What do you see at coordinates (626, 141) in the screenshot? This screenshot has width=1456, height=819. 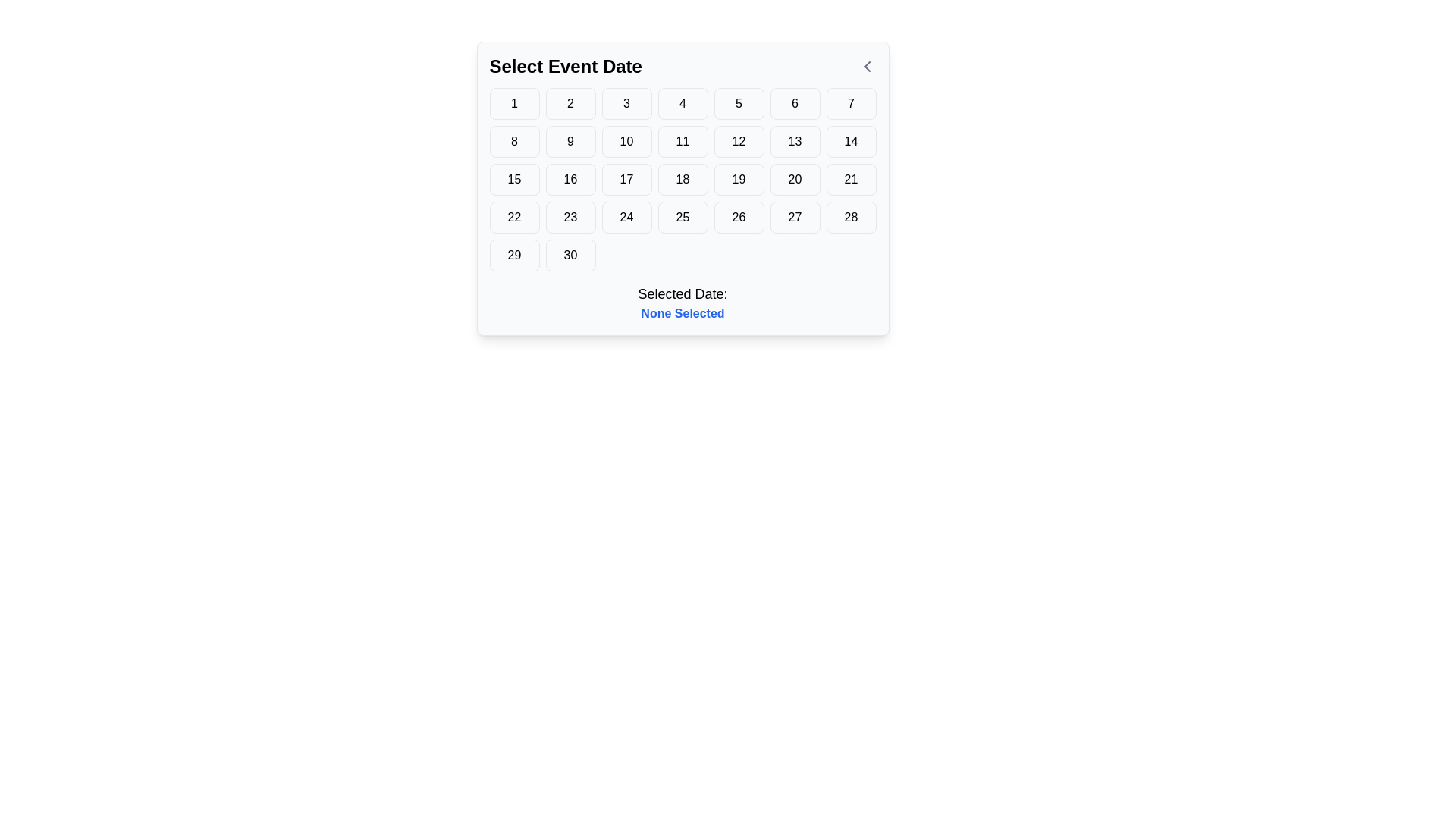 I see `the button displaying the number '10' which is located in the second row and third column of the grid layout` at bounding box center [626, 141].